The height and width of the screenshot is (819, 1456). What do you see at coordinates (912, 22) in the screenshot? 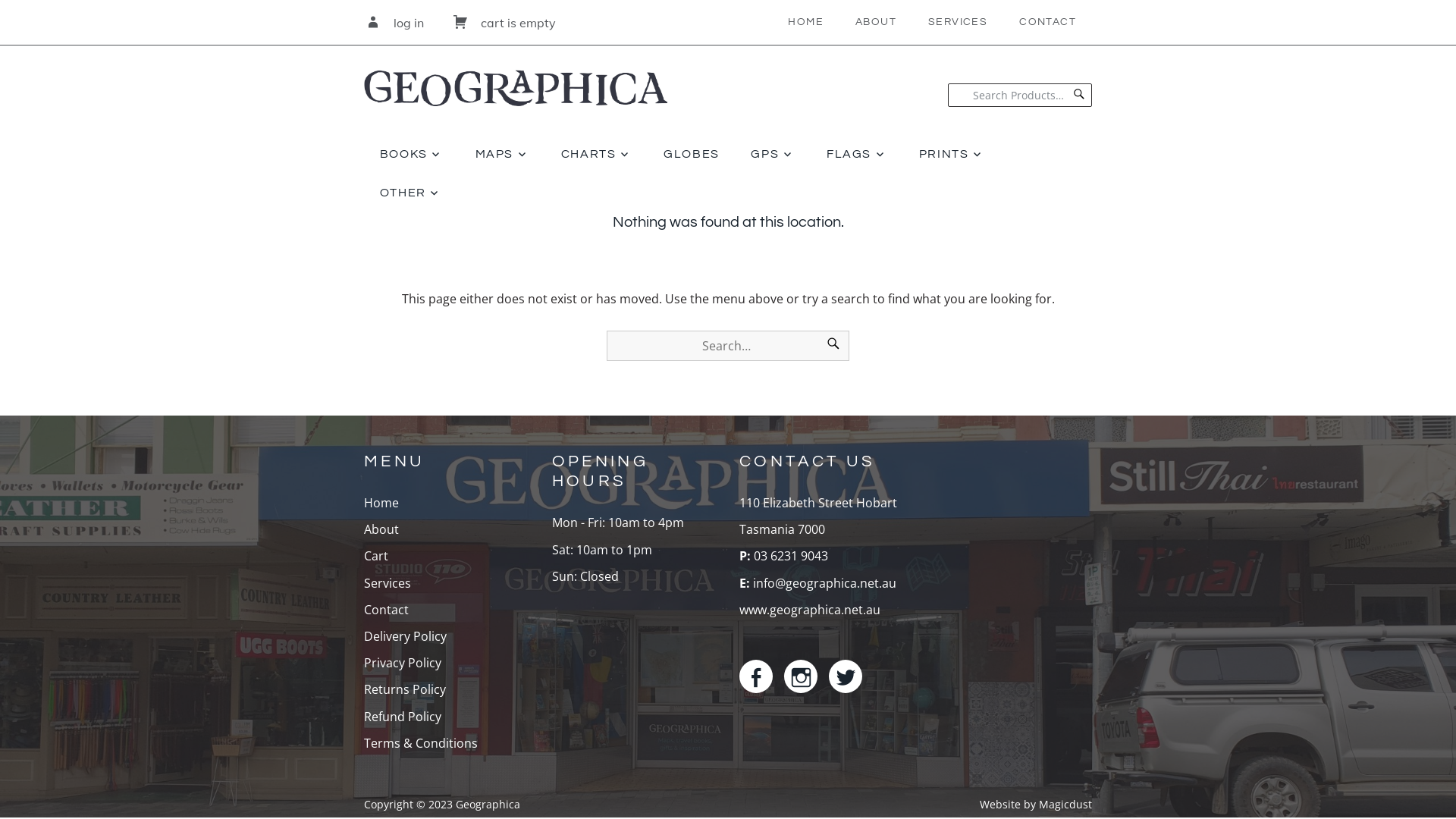
I see `'SERVICES'` at bounding box center [912, 22].